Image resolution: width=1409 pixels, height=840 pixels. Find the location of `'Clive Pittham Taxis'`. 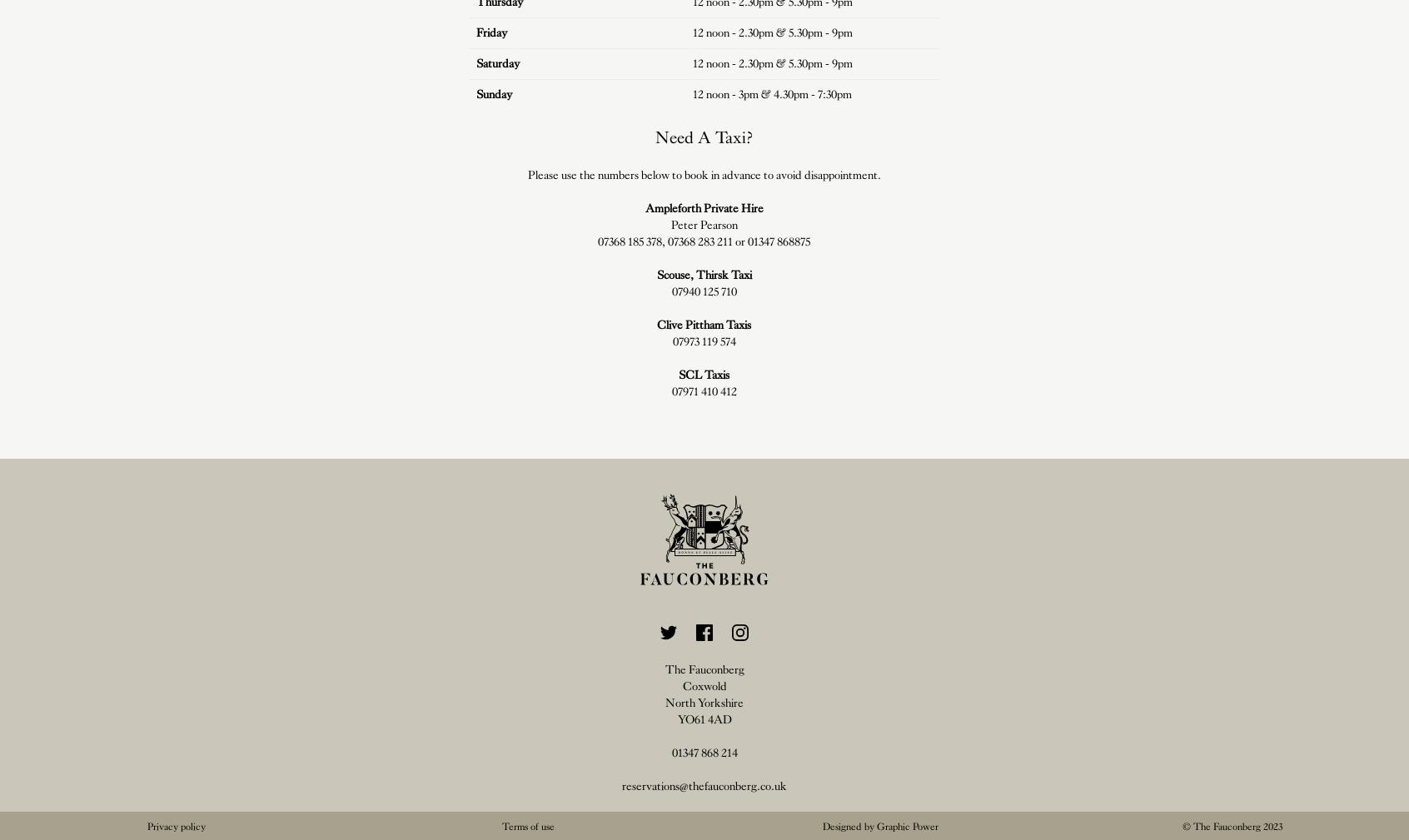

'Clive Pittham Taxis' is located at coordinates (704, 323).